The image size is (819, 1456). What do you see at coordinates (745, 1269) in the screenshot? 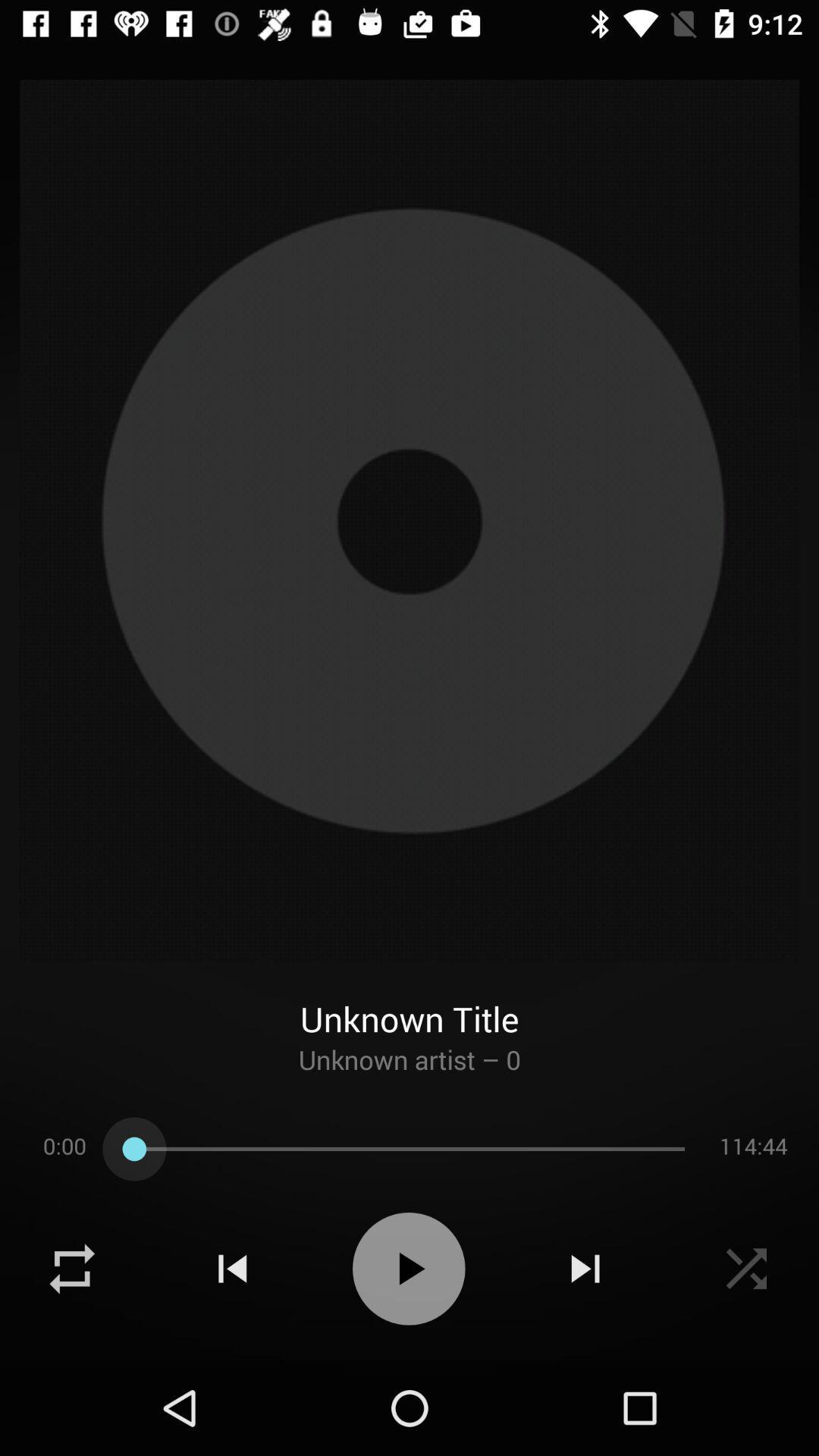
I see `shuffle` at bounding box center [745, 1269].